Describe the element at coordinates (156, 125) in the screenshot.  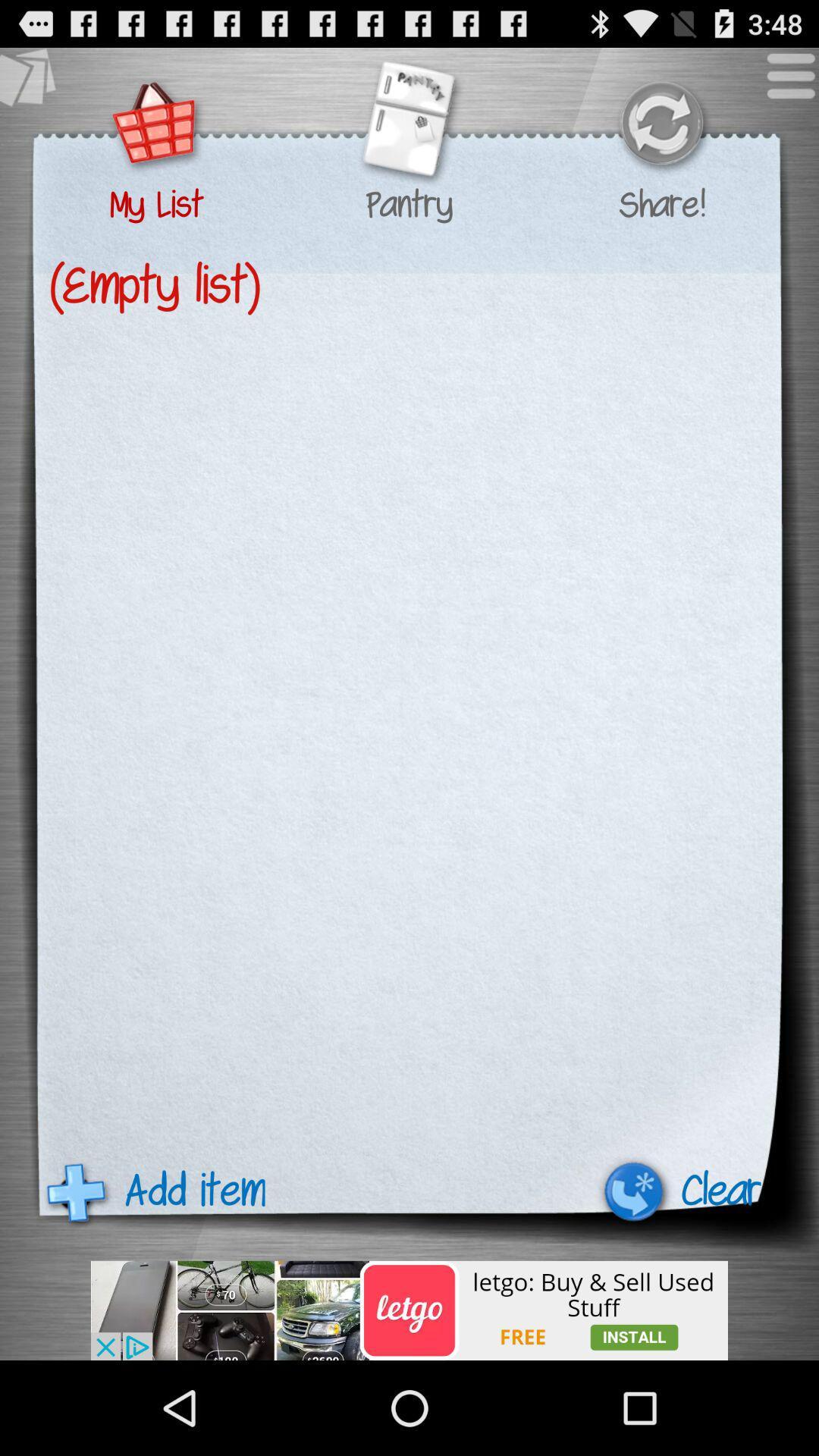
I see `list` at that location.